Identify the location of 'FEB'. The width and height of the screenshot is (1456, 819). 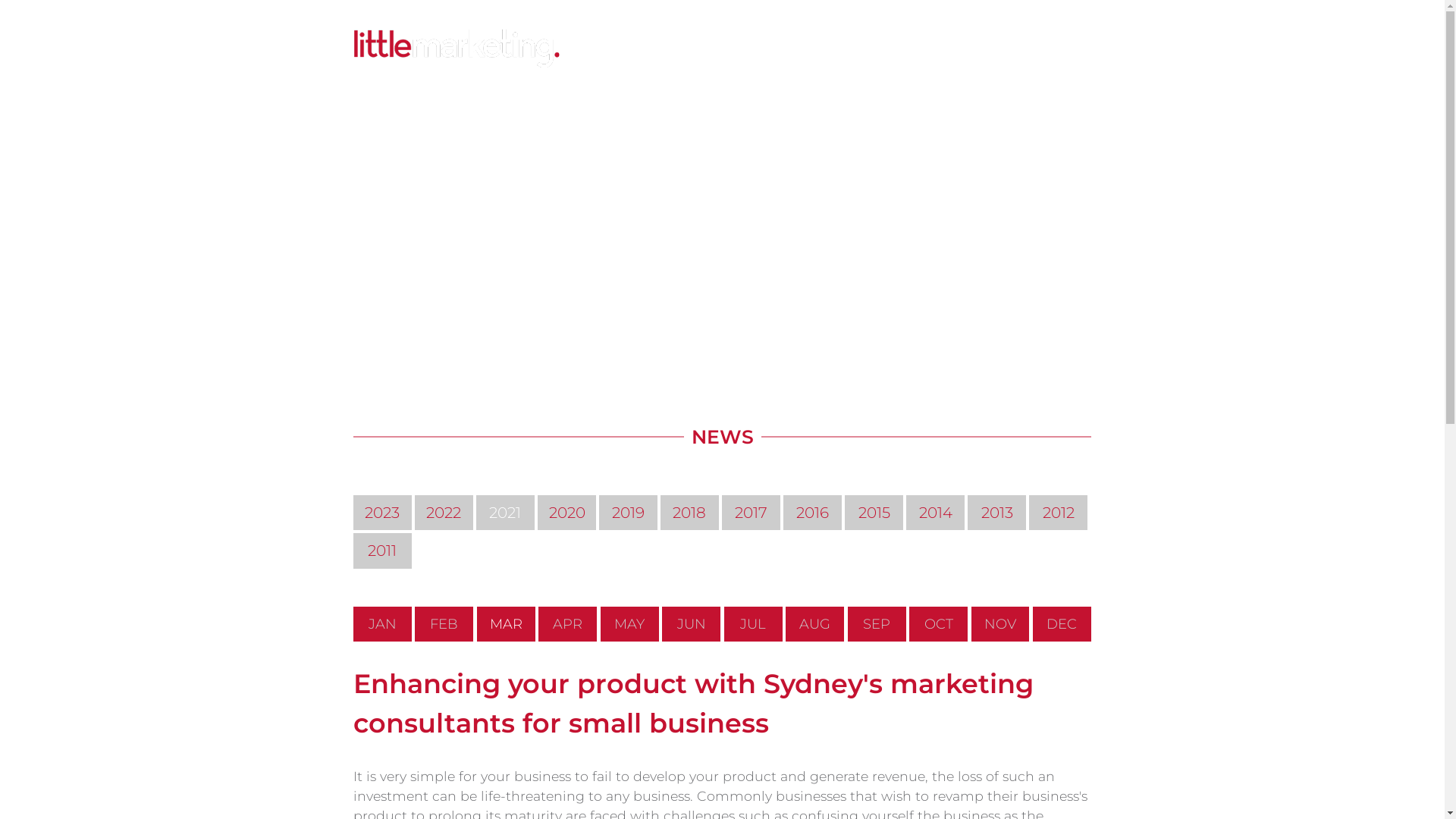
(443, 623).